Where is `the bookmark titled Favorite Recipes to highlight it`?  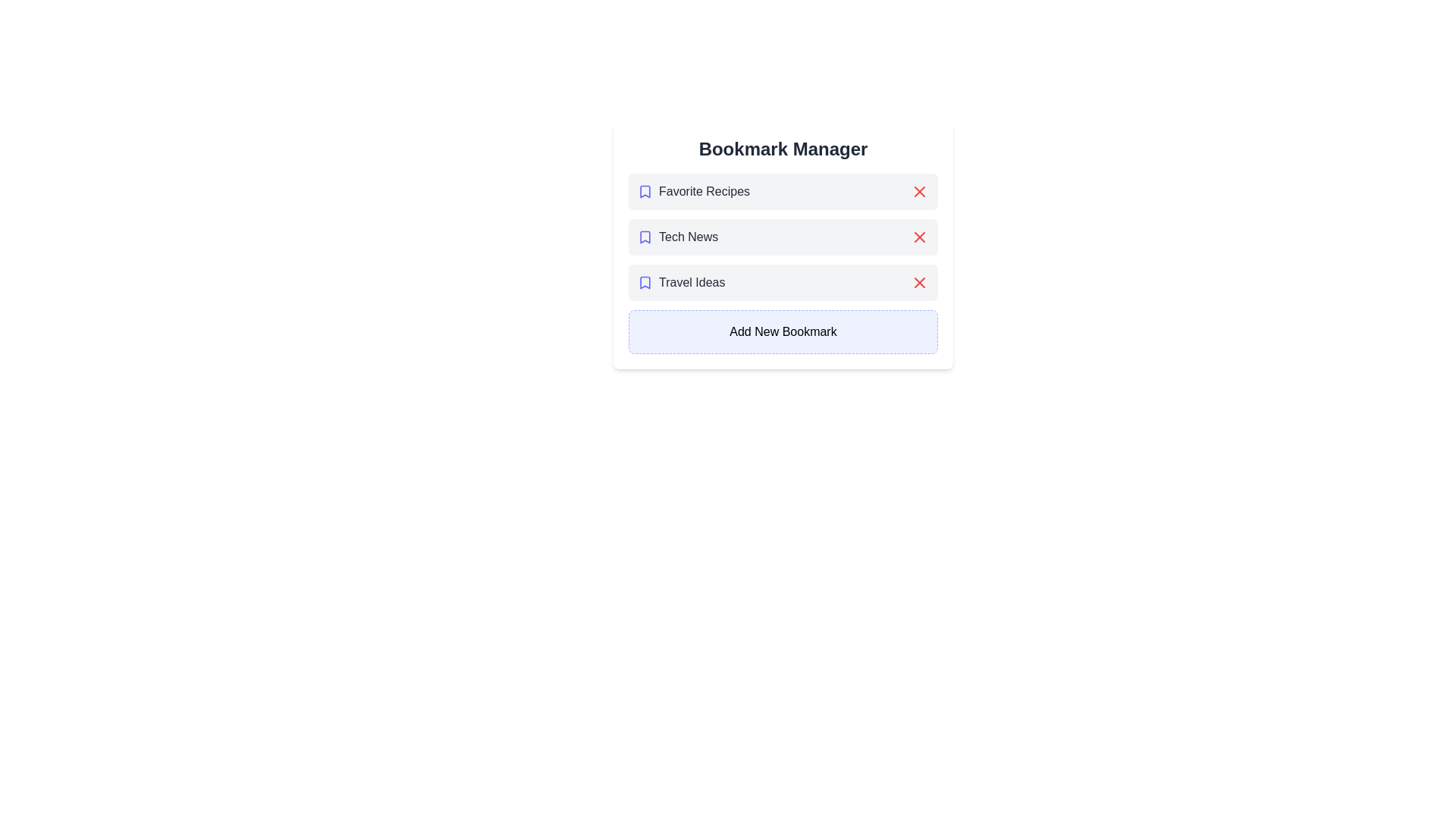 the bookmark titled Favorite Recipes to highlight it is located at coordinates (783, 191).